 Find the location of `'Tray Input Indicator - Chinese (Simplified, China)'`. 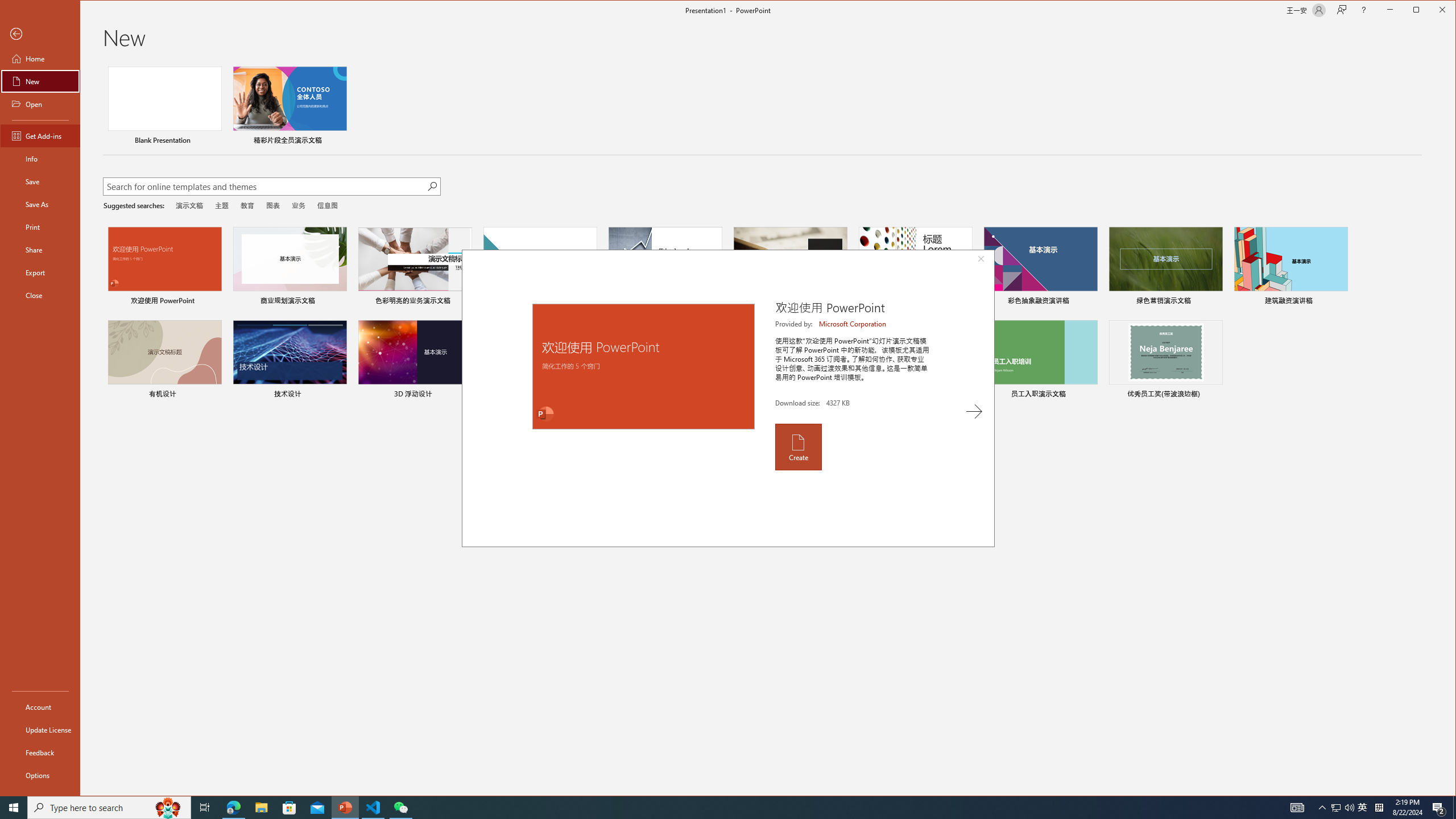

'Tray Input Indicator - Chinese (Simplified, China)' is located at coordinates (1335, 806).